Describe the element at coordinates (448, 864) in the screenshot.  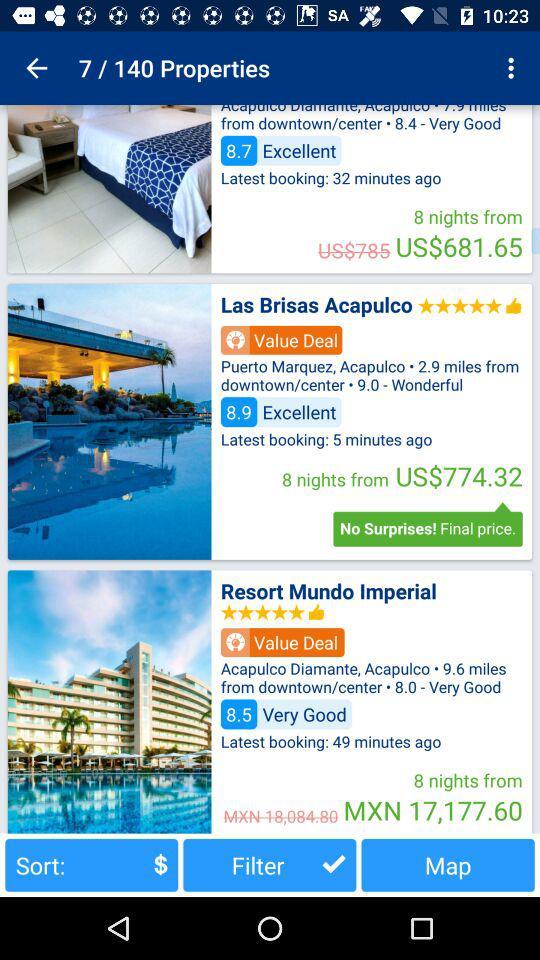
I see `the button to the right of filter` at that location.